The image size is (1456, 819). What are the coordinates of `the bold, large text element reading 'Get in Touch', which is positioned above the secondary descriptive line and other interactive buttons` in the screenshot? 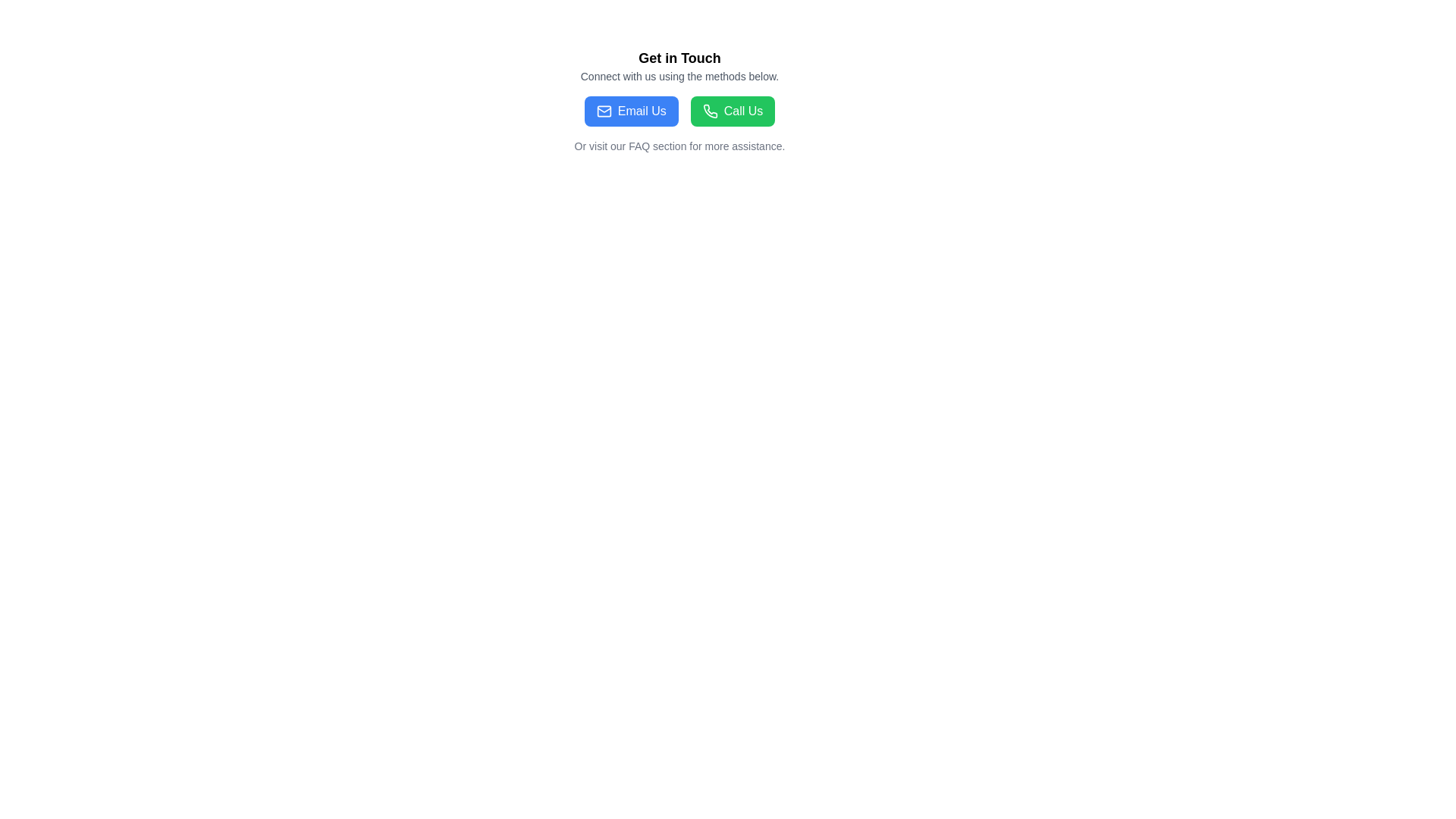 It's located at (679, 58).